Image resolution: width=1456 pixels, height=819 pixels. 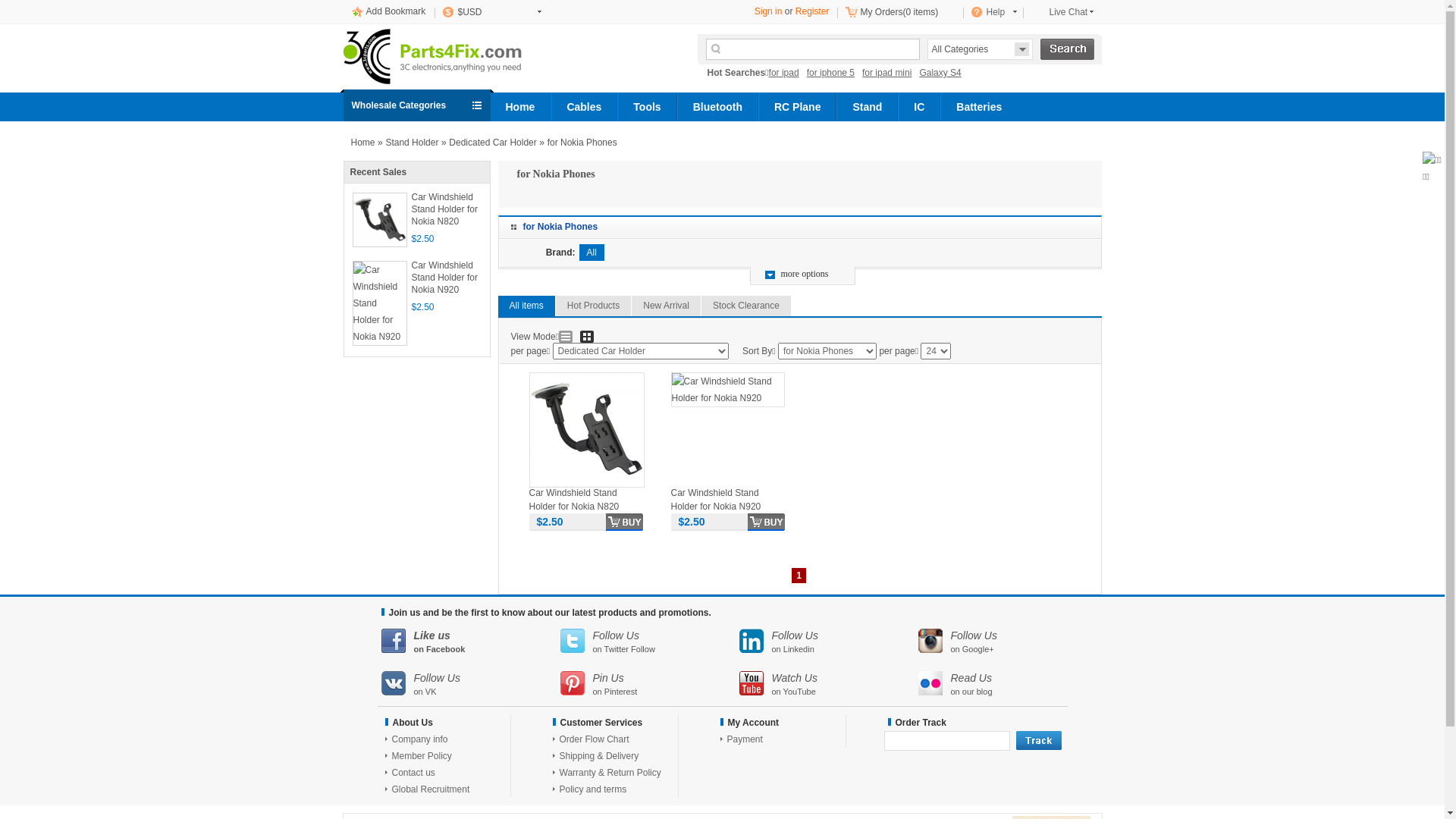 What do you see at coordinates (676, 106) in the screenshot?
I see `'Bluetooth'` at bounding box center [676, 106].